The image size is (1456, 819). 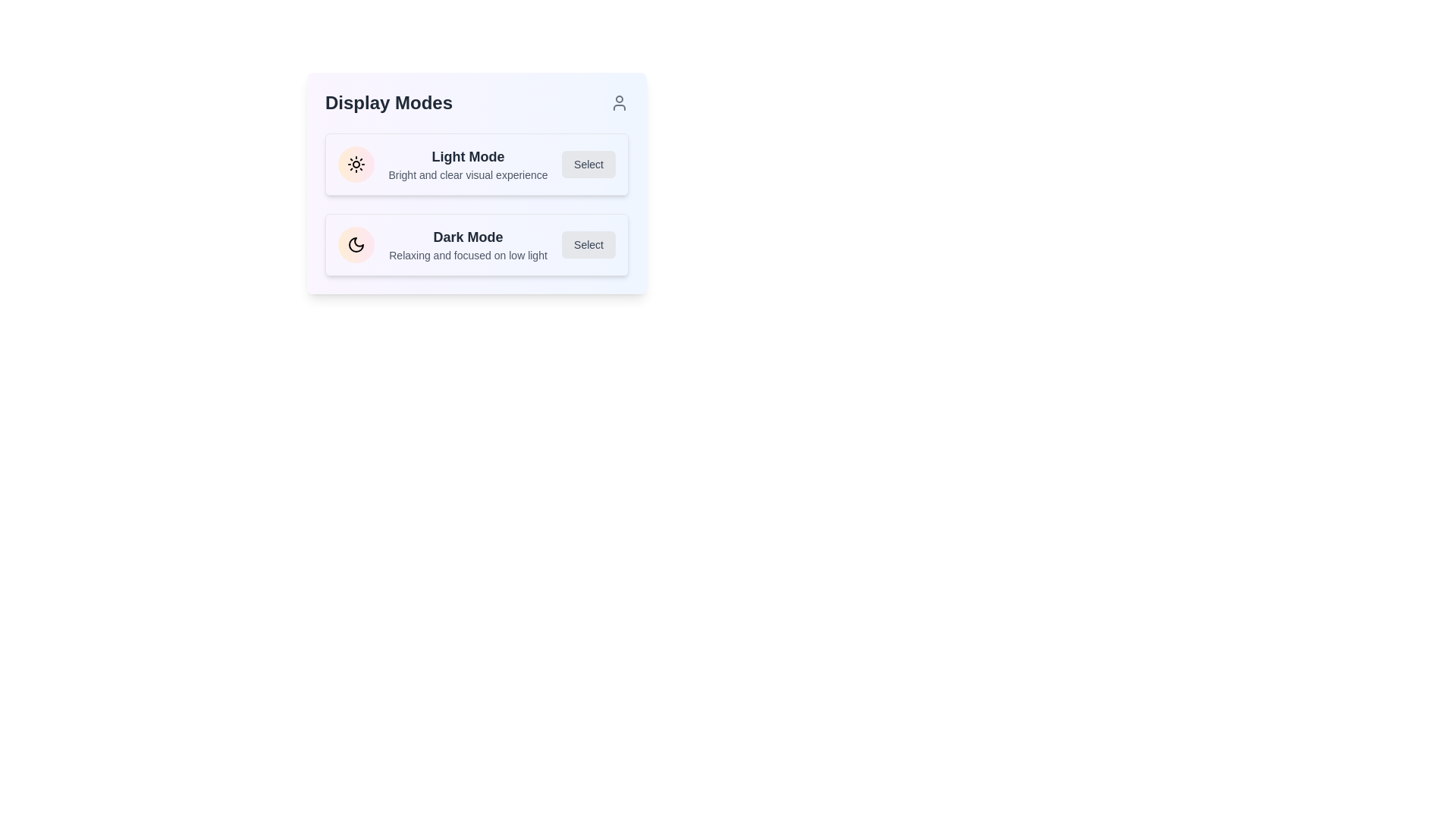 What do you see at coordinates (356, 244) in the screenshot?
I see `the crescent moon icon representing 'Night' or 'Dark Mode' located to the left of the 'Dark Mode' label` at bounding box center [356, 244].